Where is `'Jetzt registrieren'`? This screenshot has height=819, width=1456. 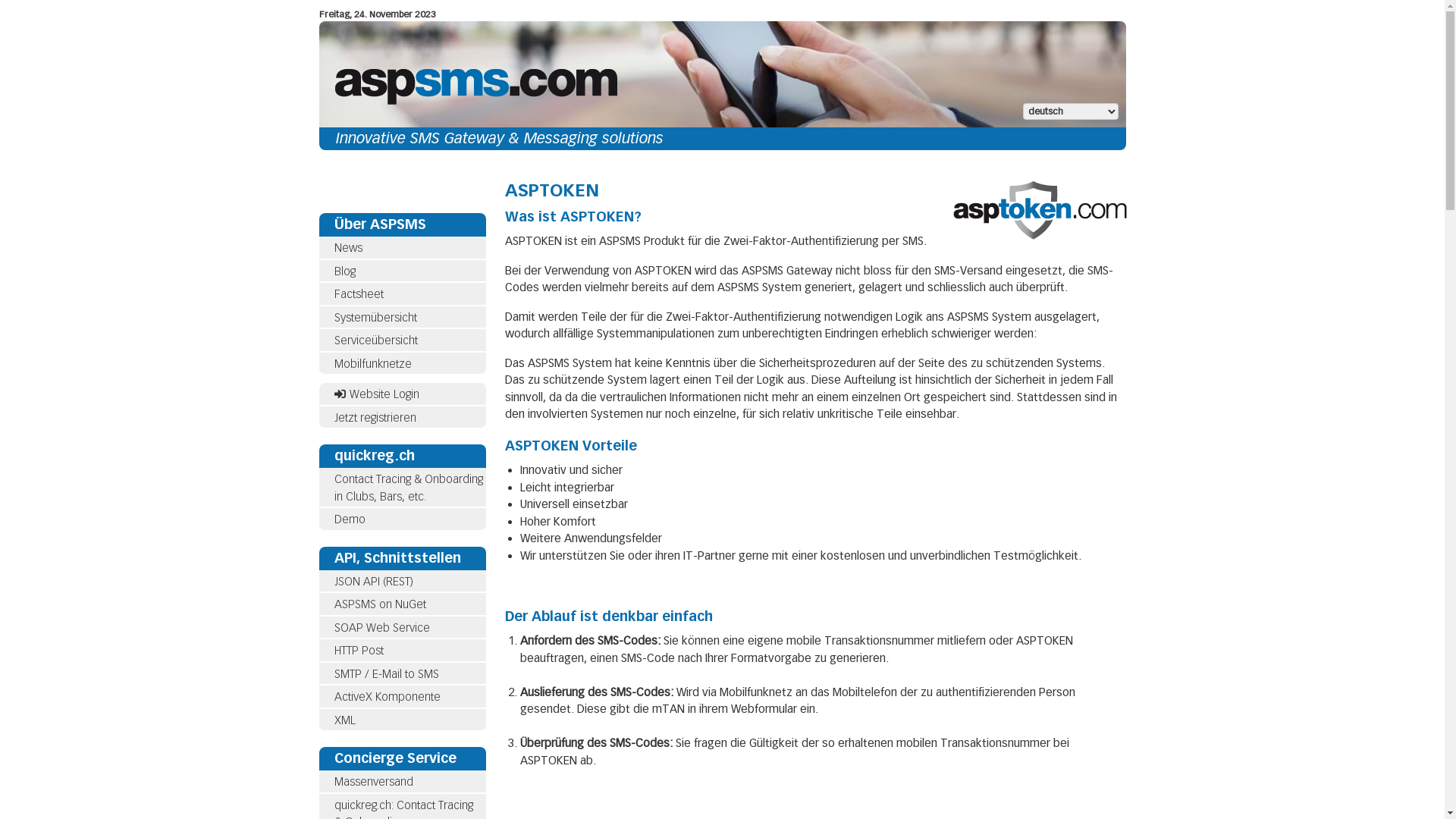 'Jetzt registrieren' is located at coordinates (318, 418).